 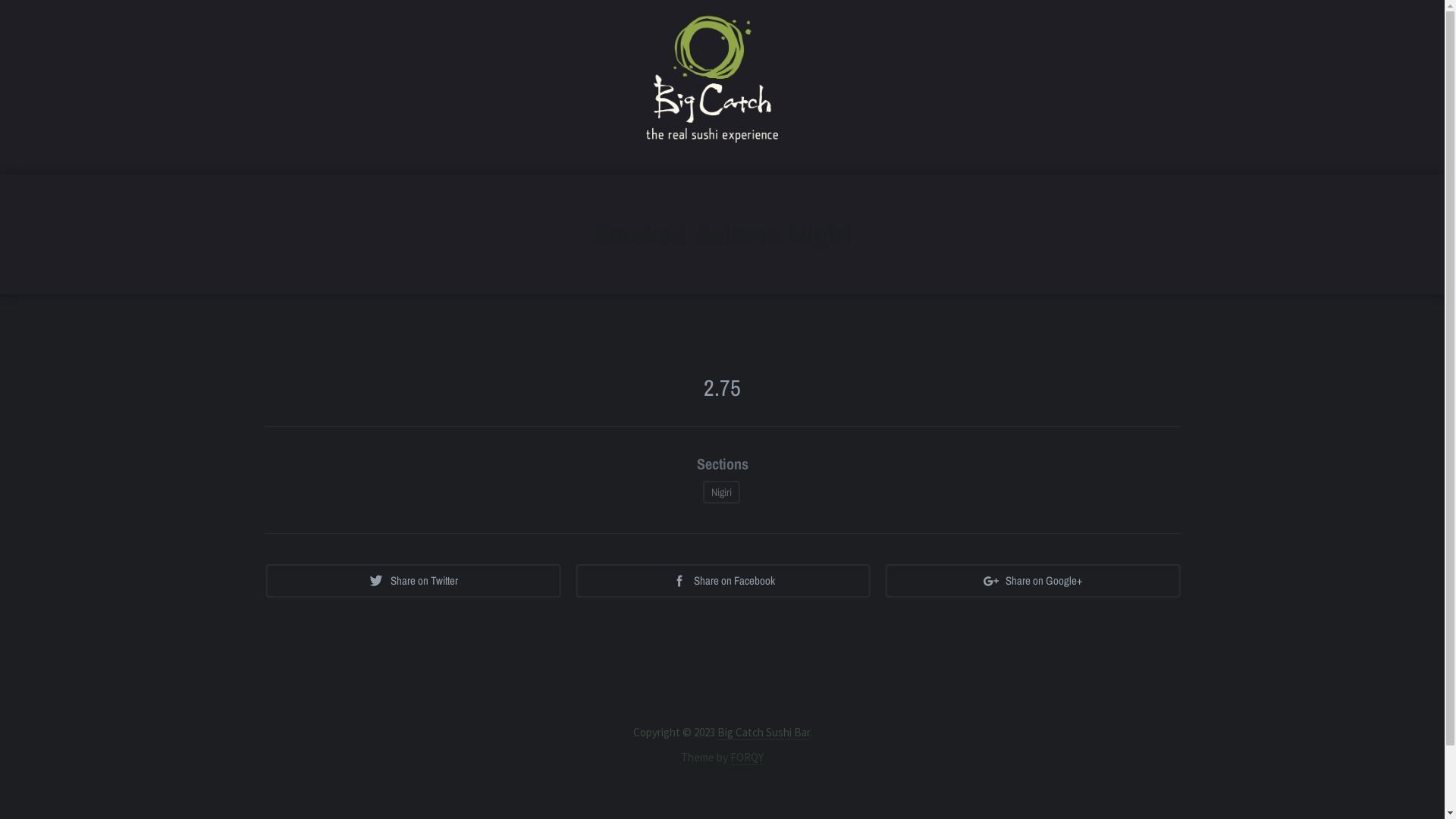 I want to click on 'Nigiri', so click(x=720, y=491).